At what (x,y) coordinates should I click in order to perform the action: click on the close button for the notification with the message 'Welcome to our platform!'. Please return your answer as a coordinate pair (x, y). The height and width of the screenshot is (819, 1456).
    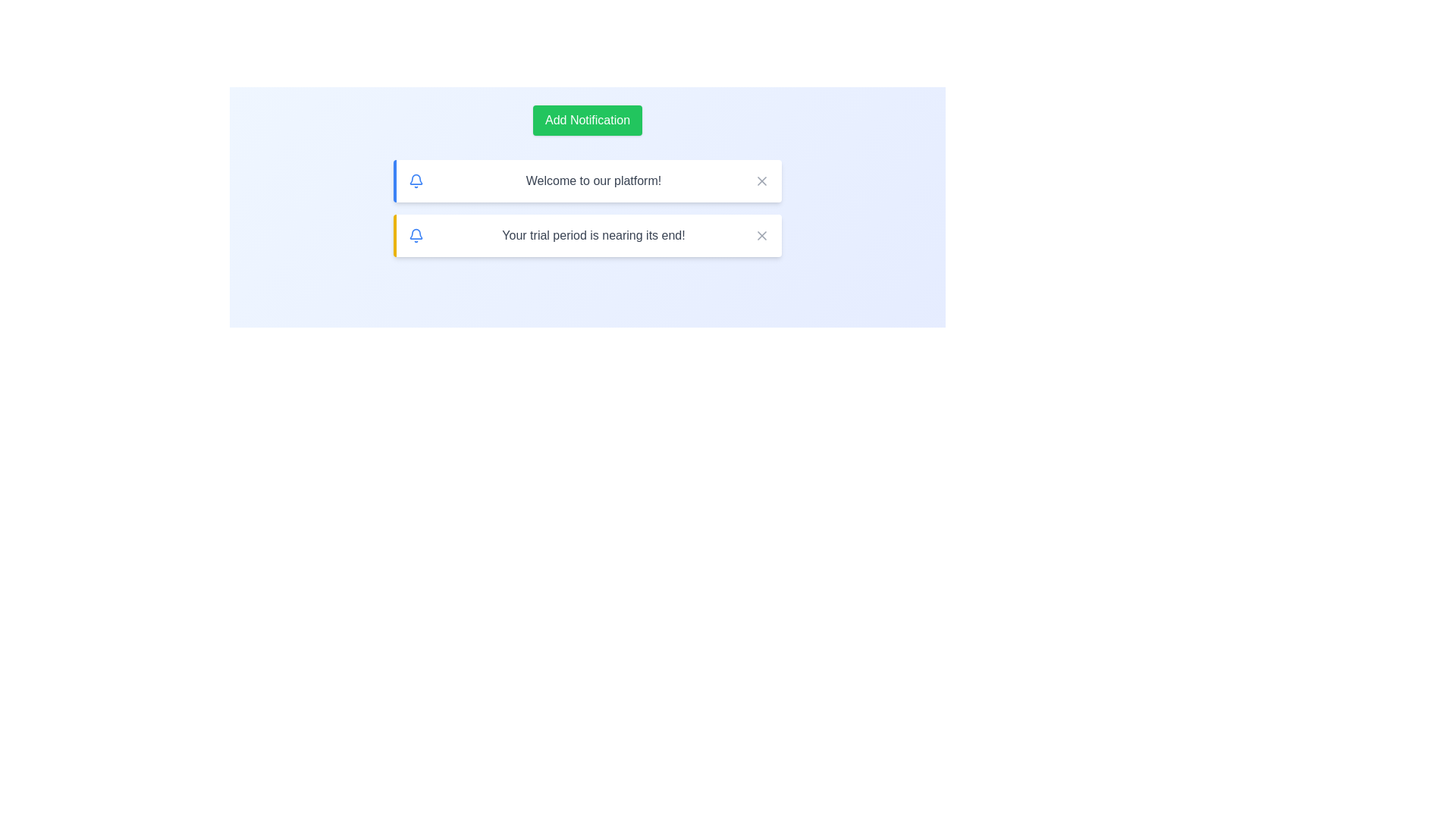
    Looking at the image, I should click on (761, 180).